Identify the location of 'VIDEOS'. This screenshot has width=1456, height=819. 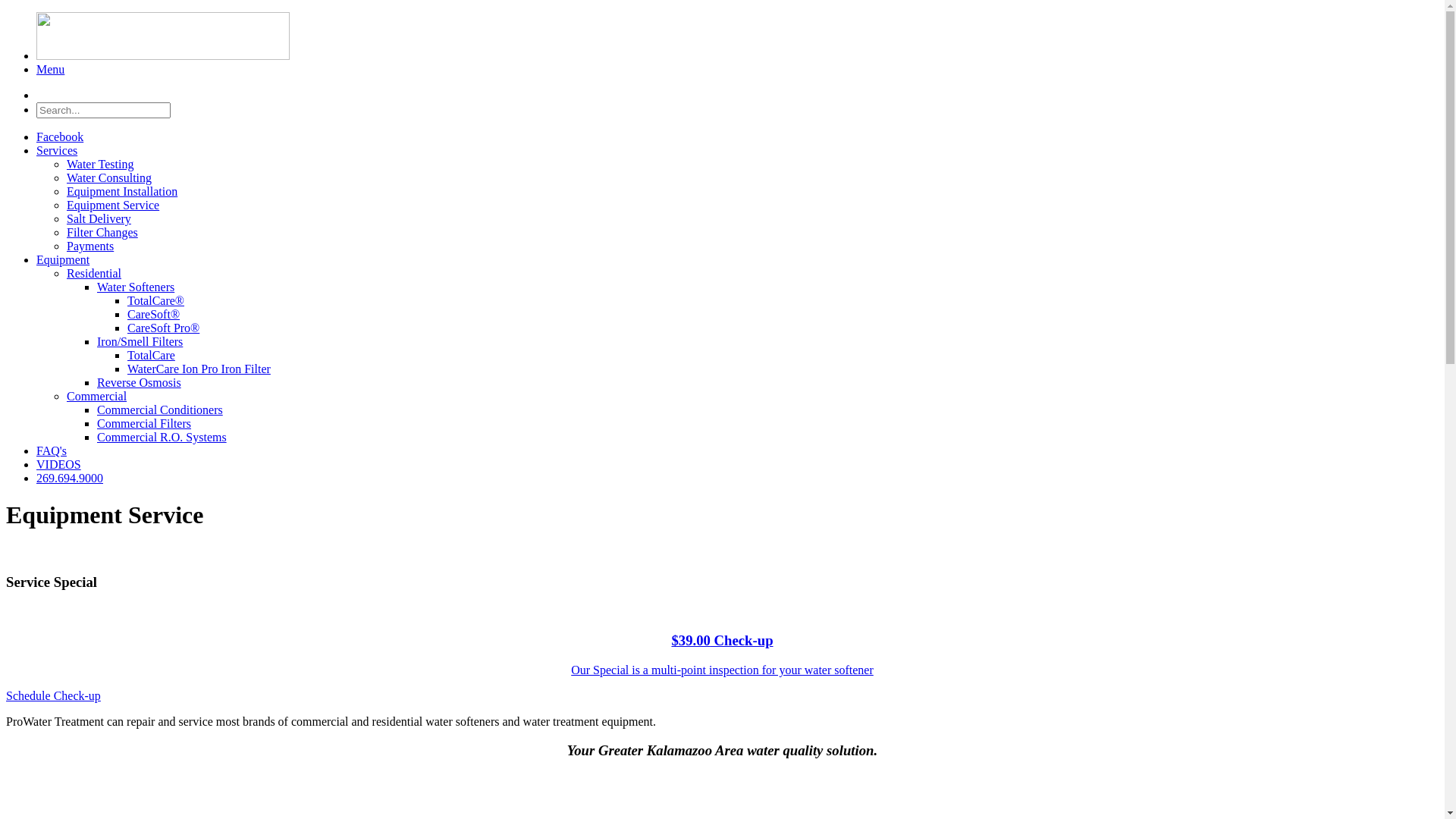
(58, 463).